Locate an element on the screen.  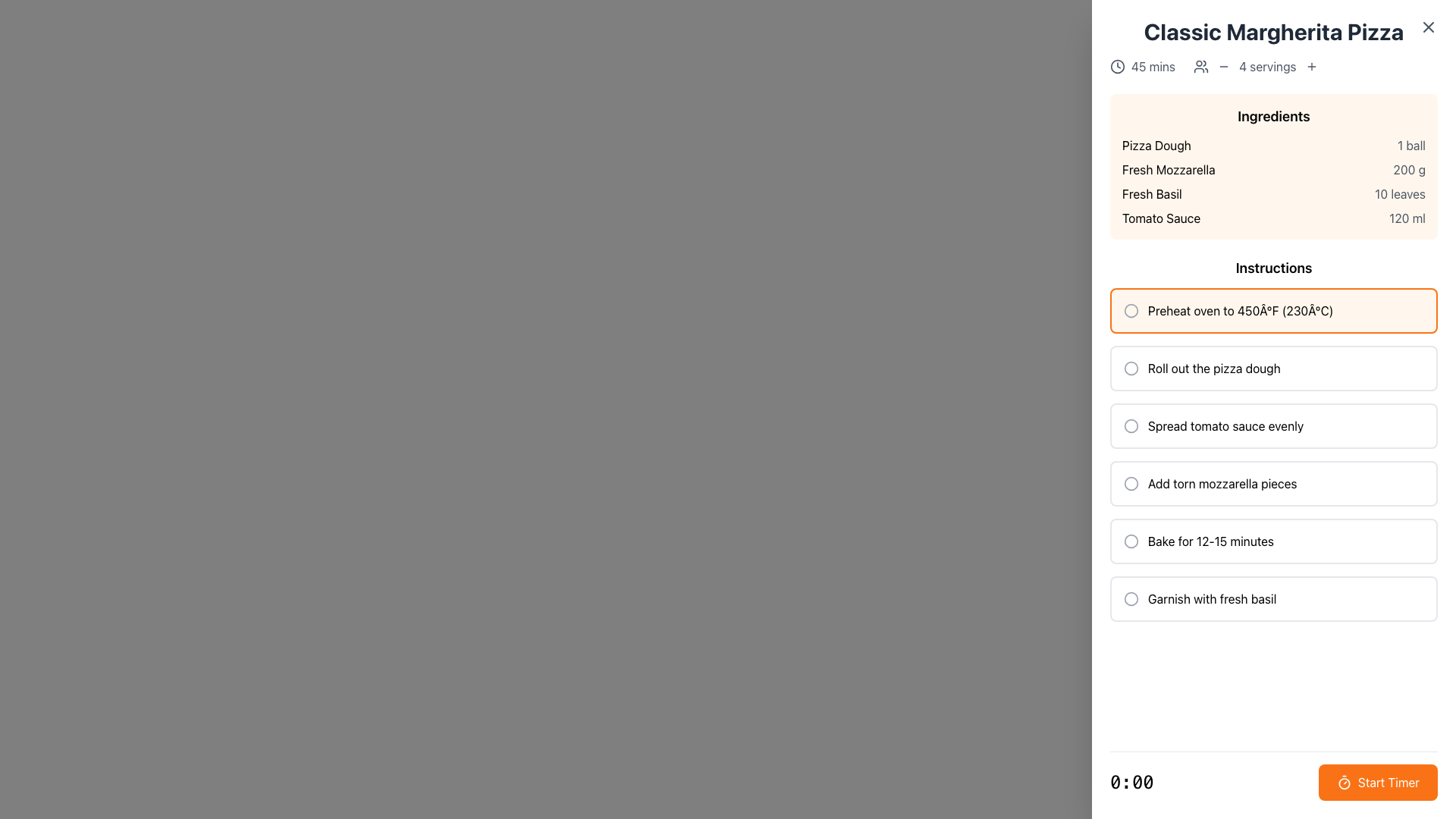
the icon that symbolizes multiple servings, located near the top center of the panel next to the text '4 servings' is located at coordinates (1200, 66).